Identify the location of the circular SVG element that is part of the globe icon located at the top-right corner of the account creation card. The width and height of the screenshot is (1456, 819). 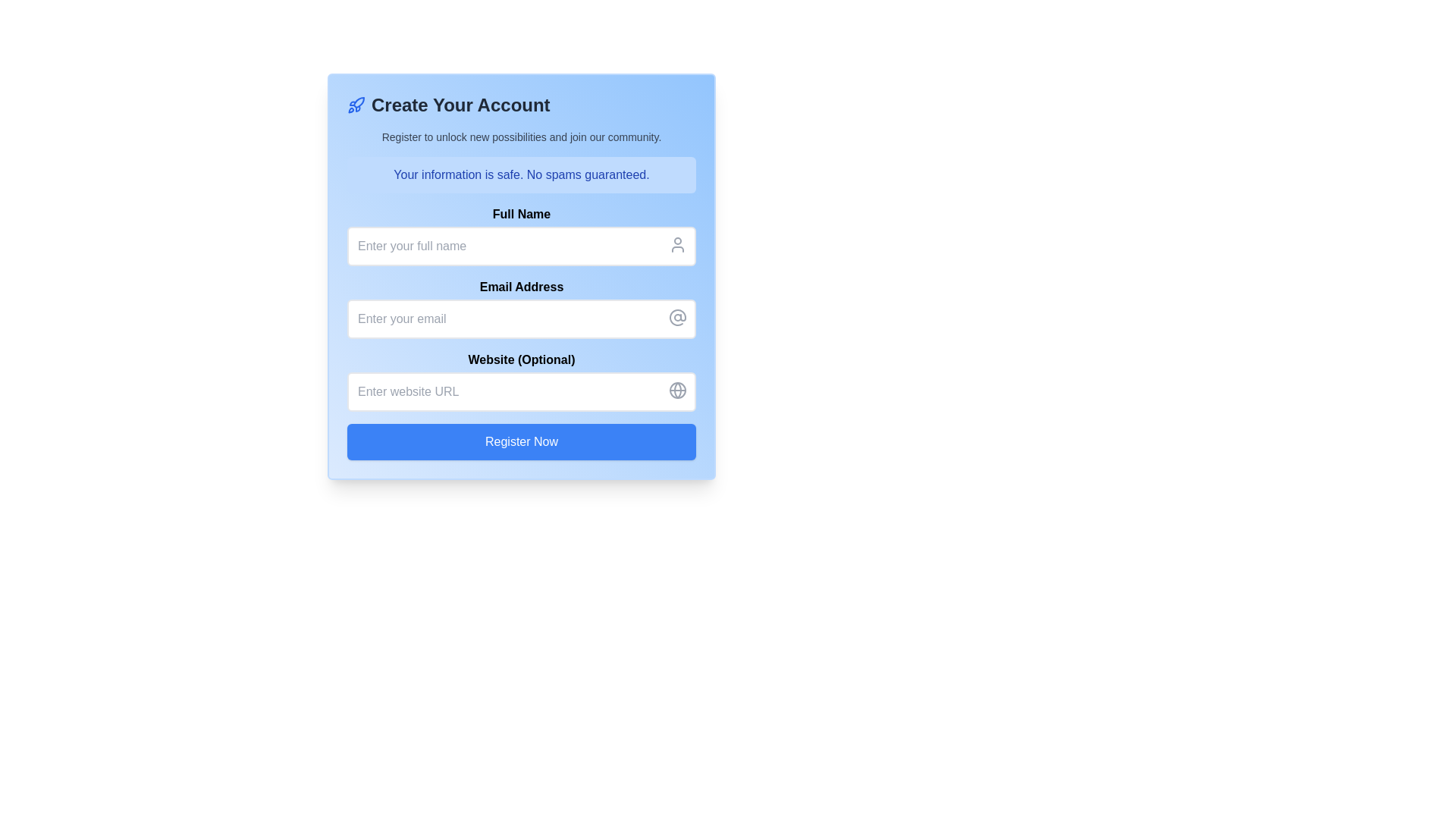
(676, 390).